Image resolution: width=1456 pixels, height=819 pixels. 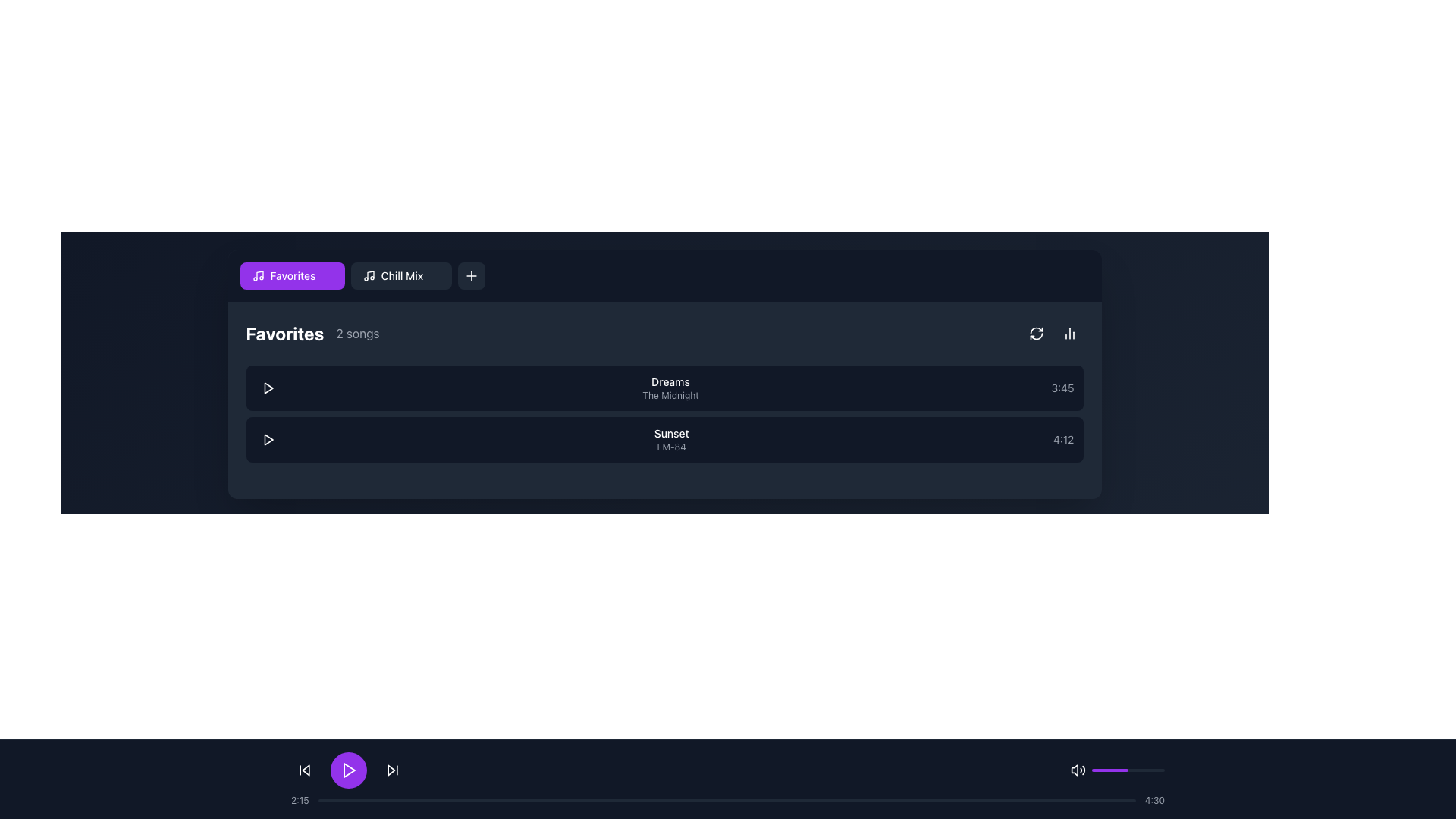 I want to click on the volume slider, so click(x=1147, y=770).